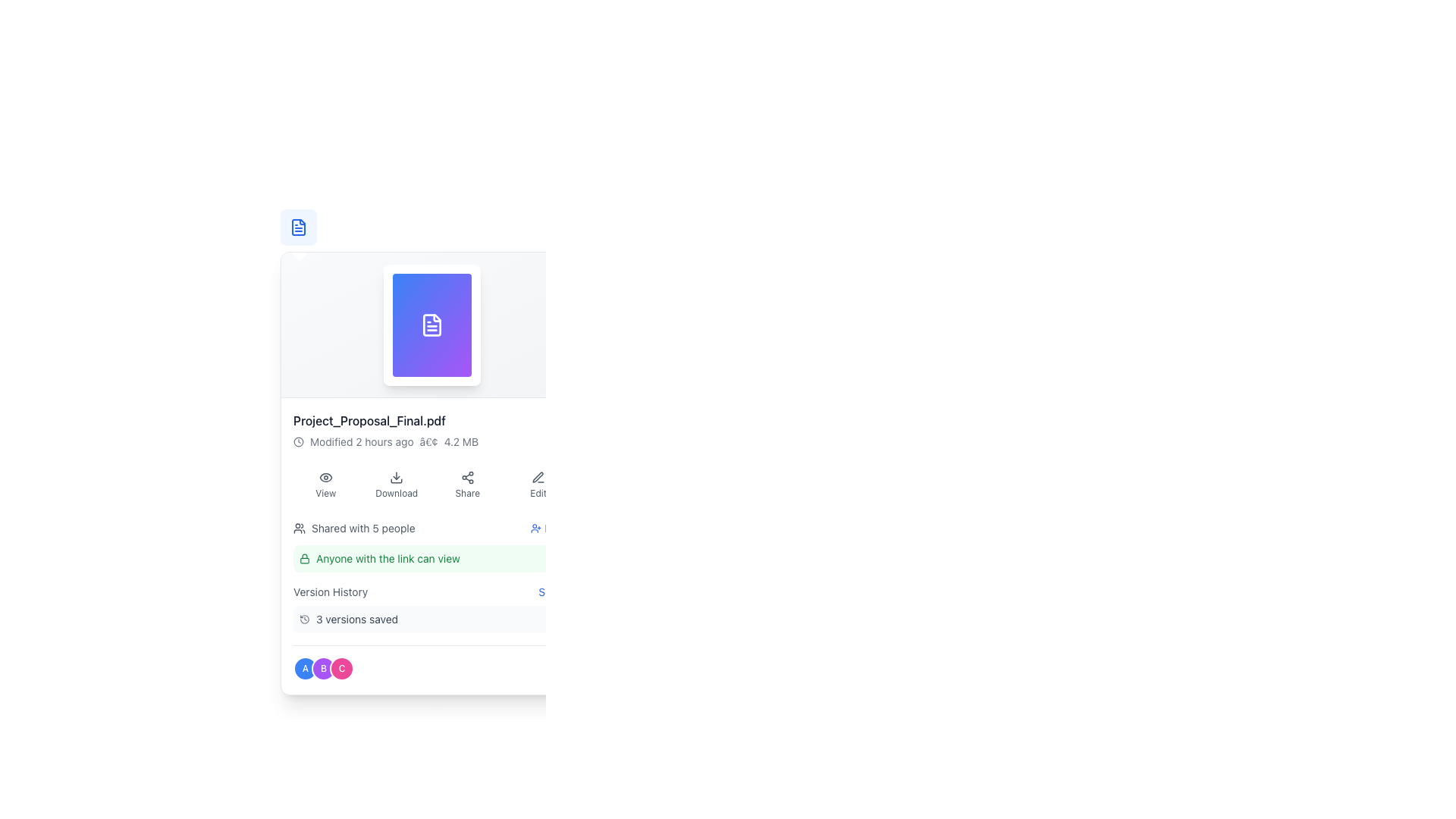 This screenshot has height=819, width=1456. I want to click on the file/document icon located inside the circular button at the top-left section of the displayed content, which is above a larger document thumbnail, so click(298, 227).